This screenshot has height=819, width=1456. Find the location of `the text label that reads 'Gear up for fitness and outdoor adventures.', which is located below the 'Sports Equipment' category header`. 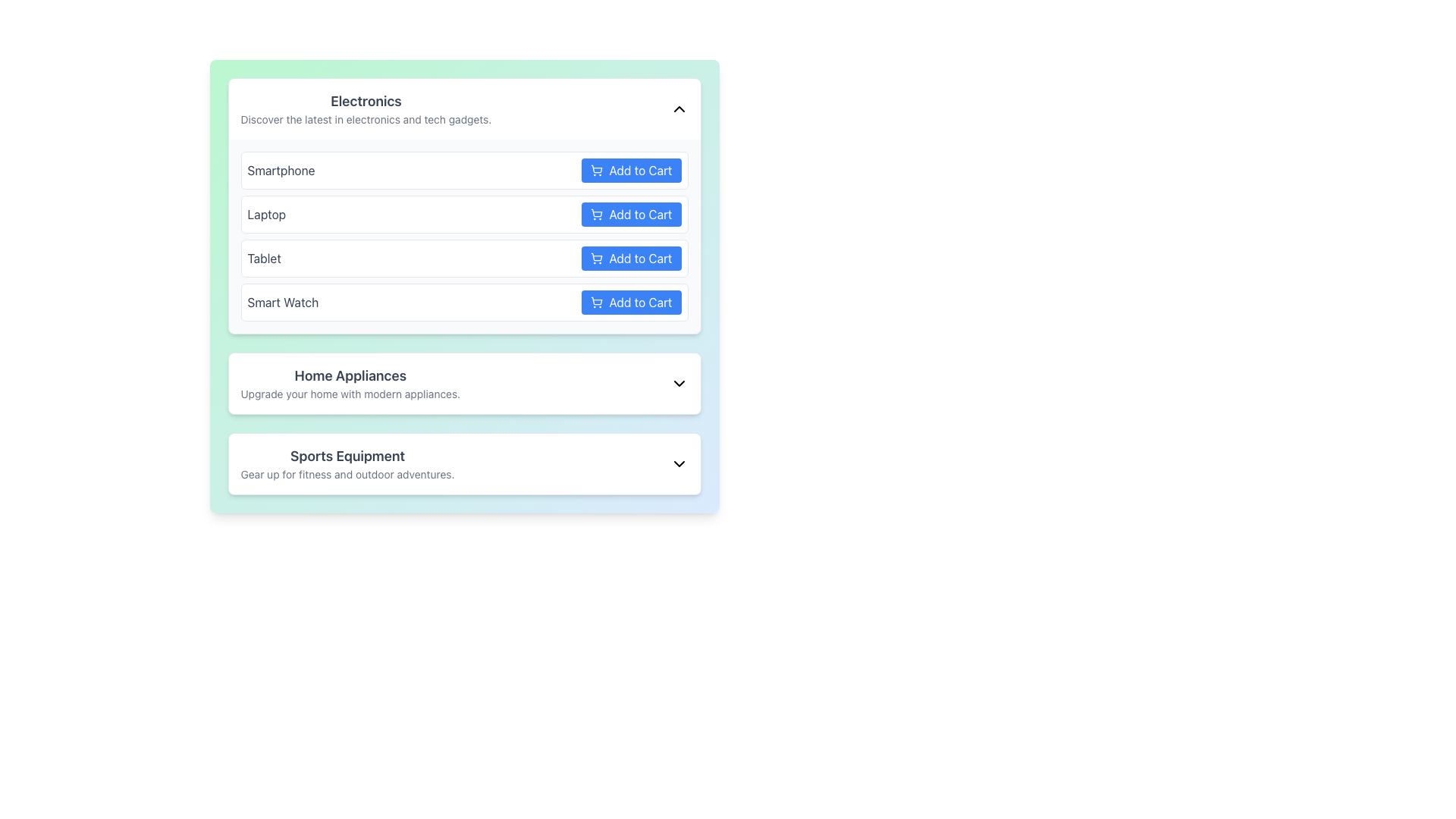

the text label that reads 'Gear up for fitness and outdoor adventures.', which is located below the 'Sports Equipment' category header is located at coordinates (347, 473).